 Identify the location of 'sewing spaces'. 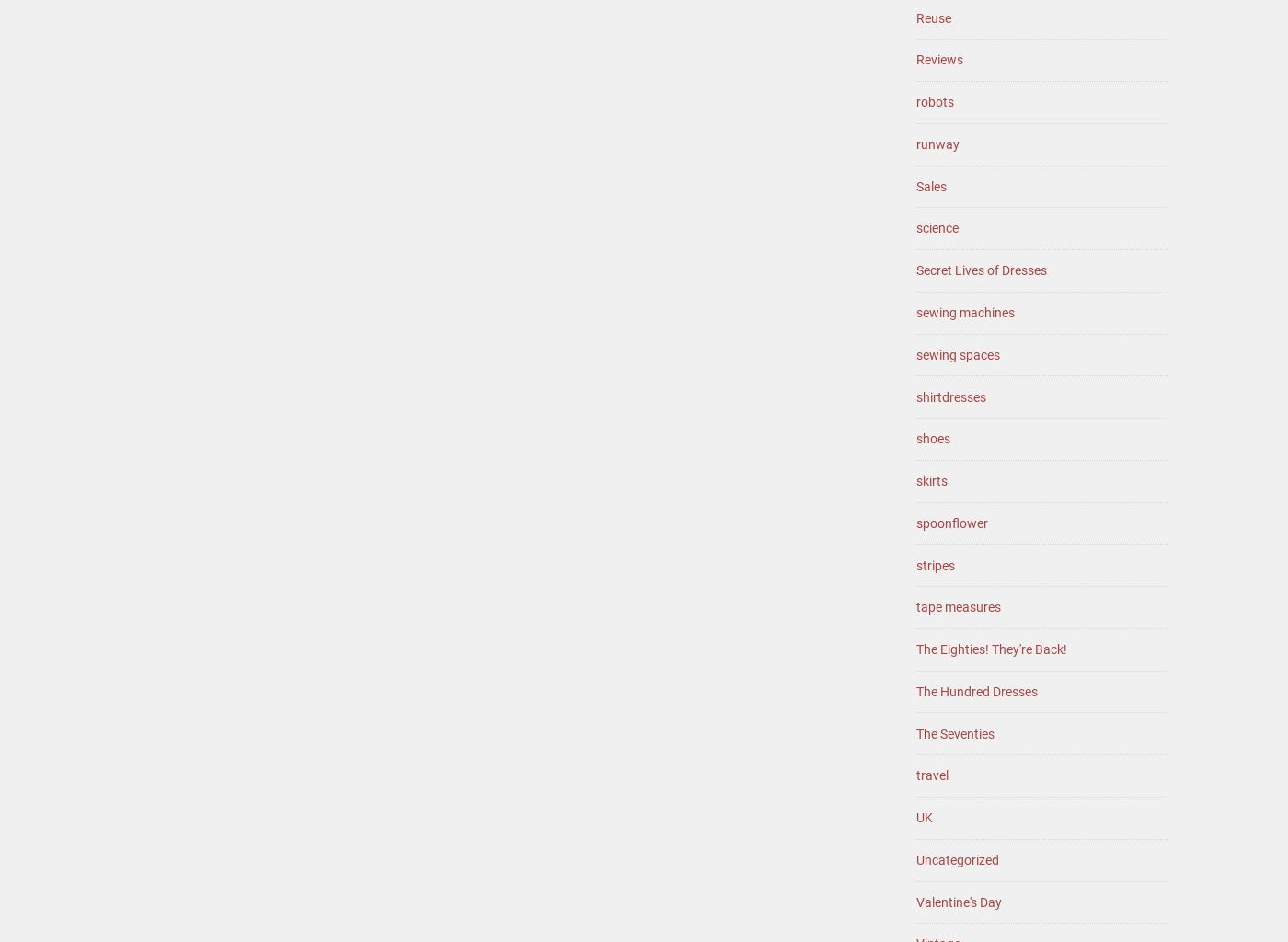
(958, 353).